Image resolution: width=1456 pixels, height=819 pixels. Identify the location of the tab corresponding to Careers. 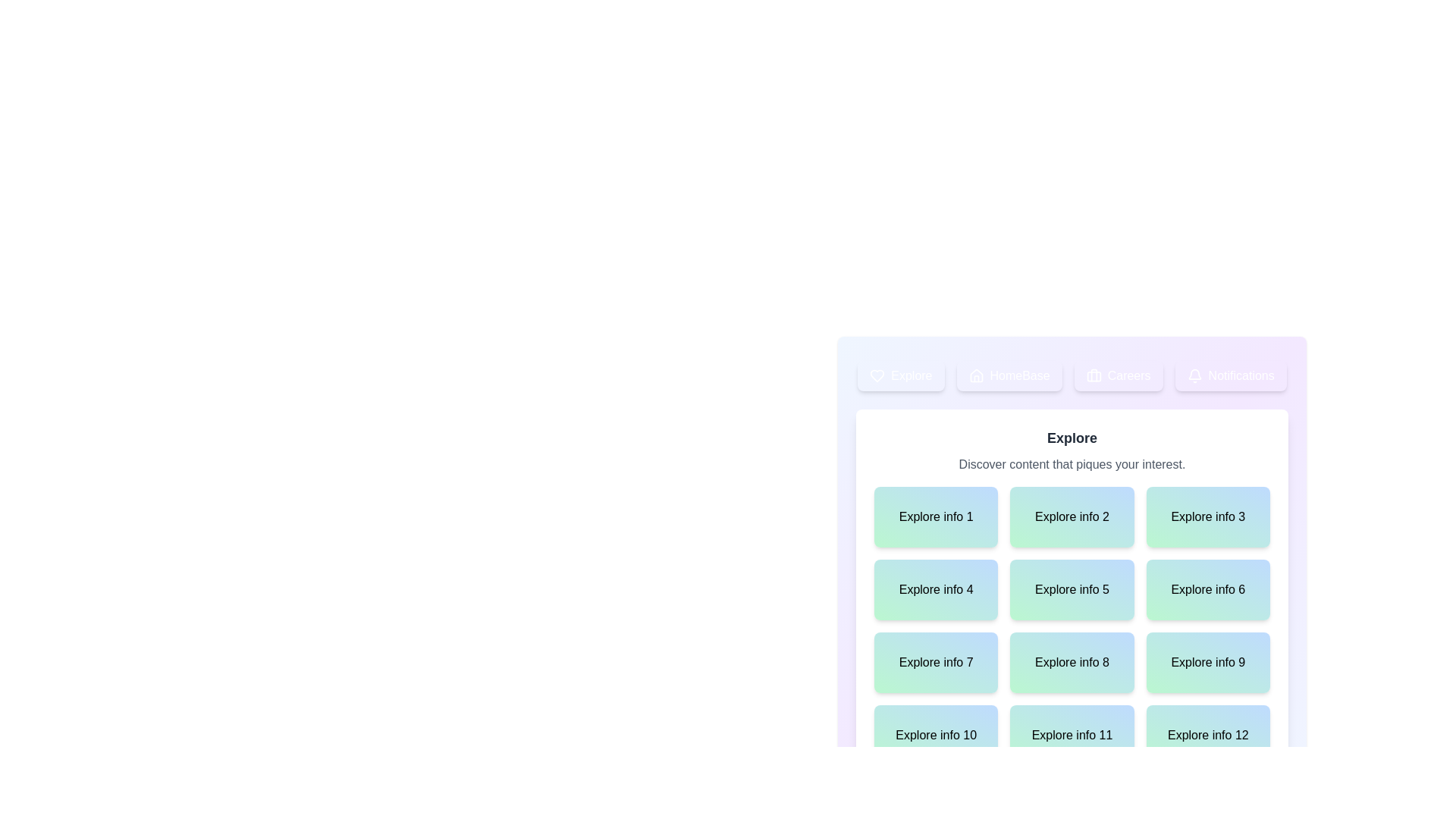
(1119, 375).